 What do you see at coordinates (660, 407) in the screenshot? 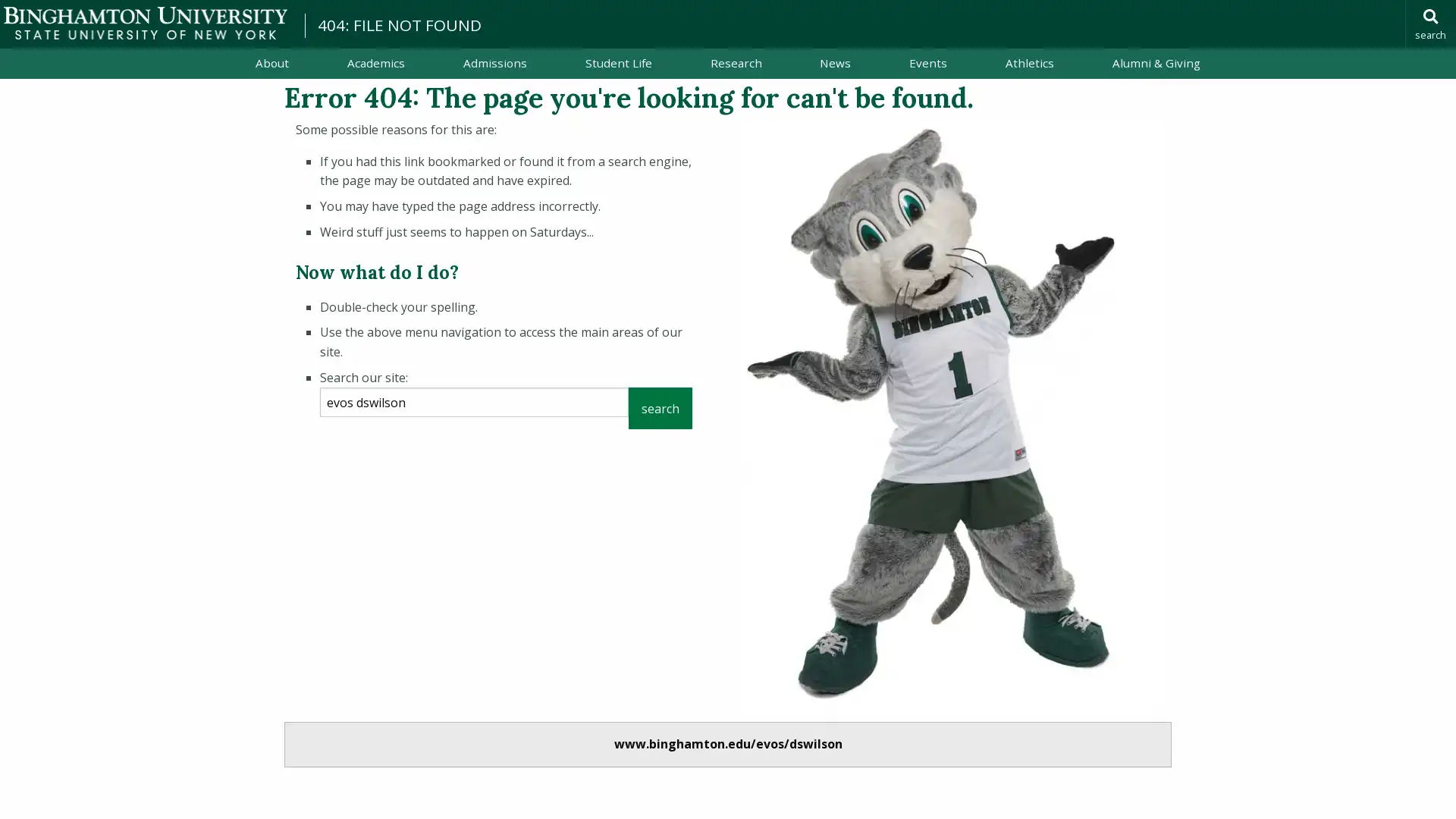
I see `search` at bounding box center [660, 407].